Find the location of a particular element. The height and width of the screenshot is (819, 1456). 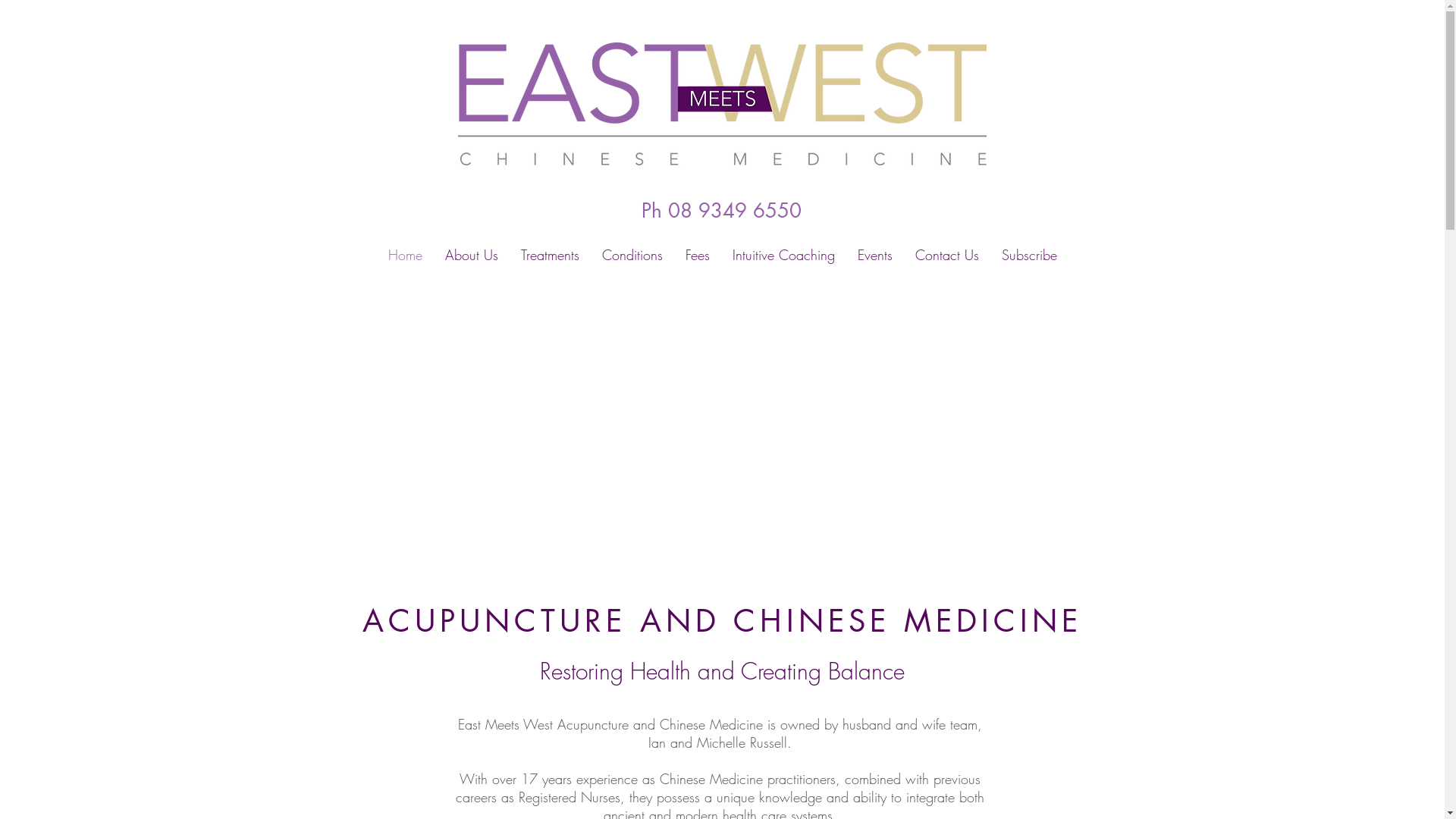

'Subscribe' is located at coordinates (990, 253).